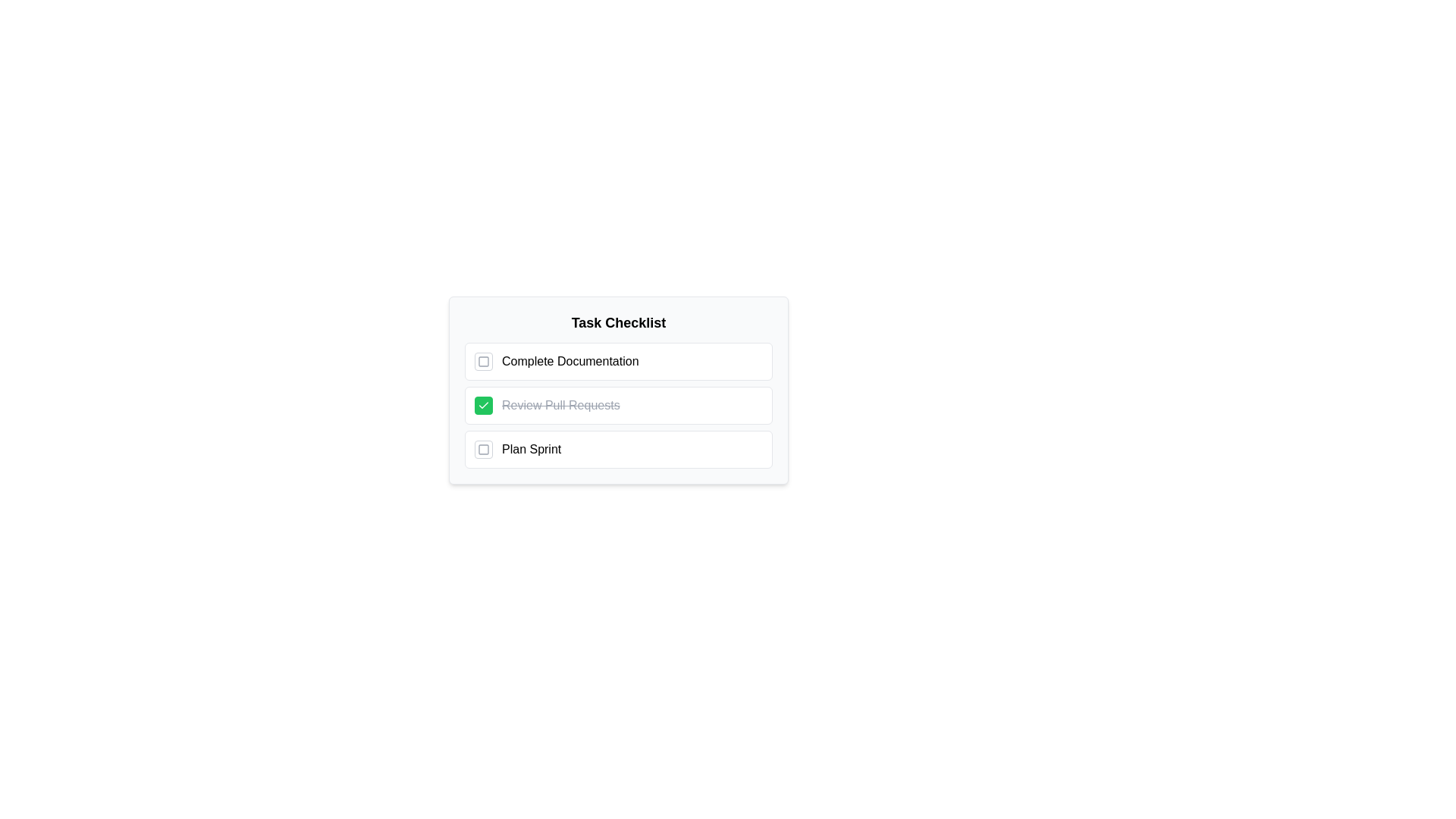 This screenshot has width=1456, height=819. What do you see at coordinates (483, 449) in the screenshot?
I see `the unchecked status icon for a task in the 'Plan Sprint' checklist button located in the third row of the checklist interface` at bounding box center [483, 449].